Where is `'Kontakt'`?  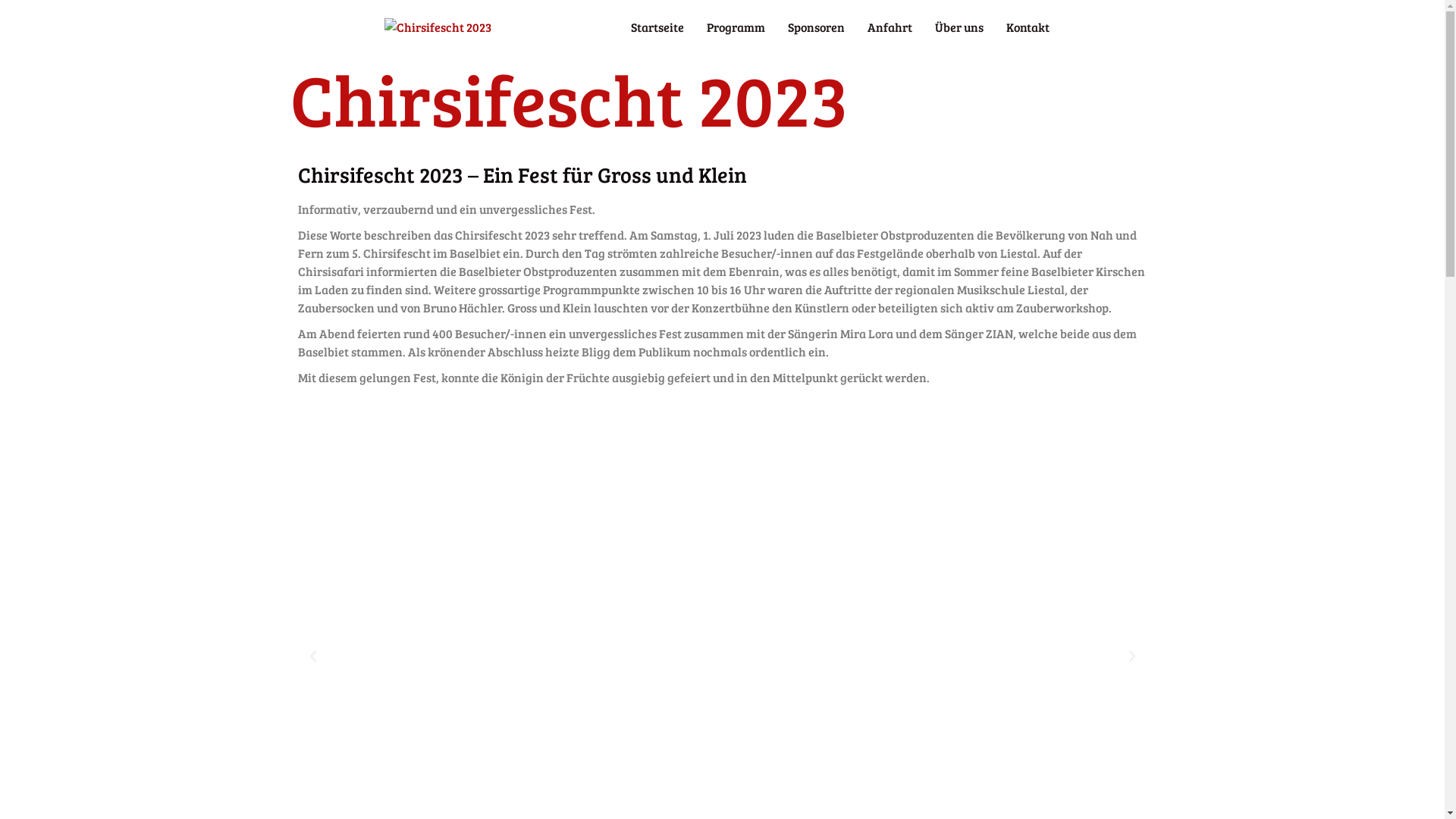
'Kontakt' is located at coordinates (1028, 27).